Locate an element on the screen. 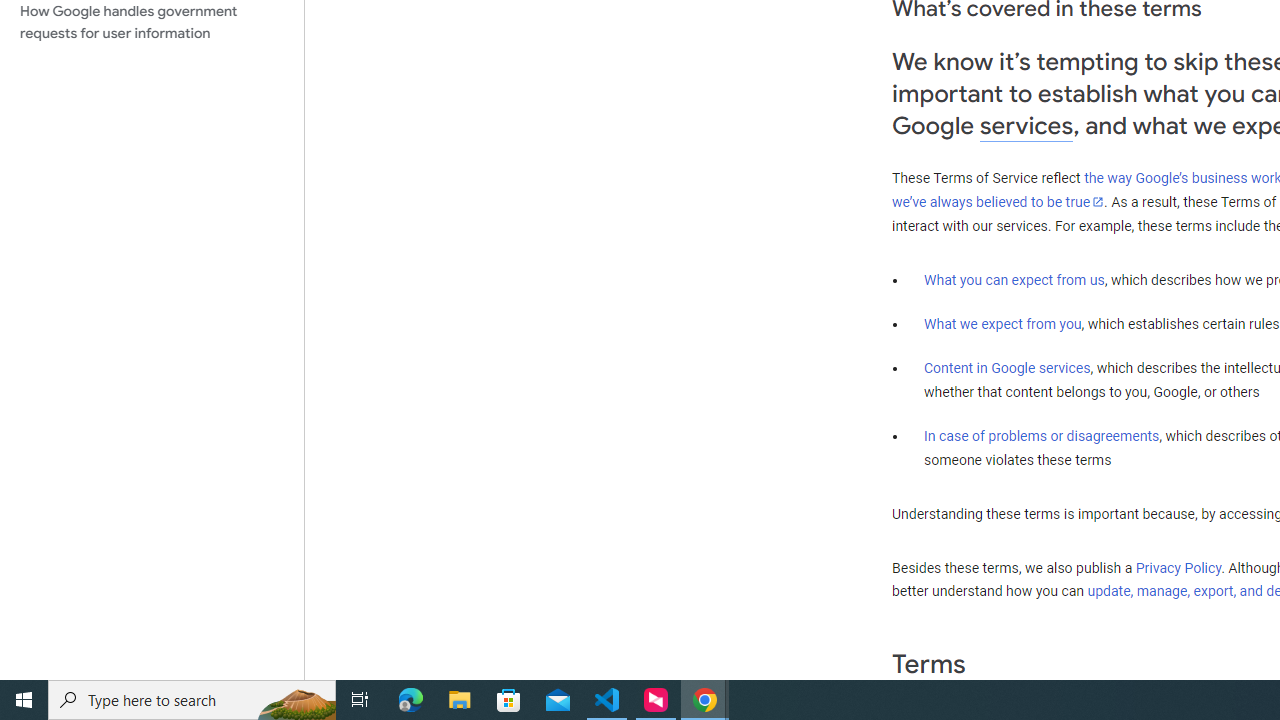 The image size is (1280, 720). 'services' is located at coordinates (1026, 125).